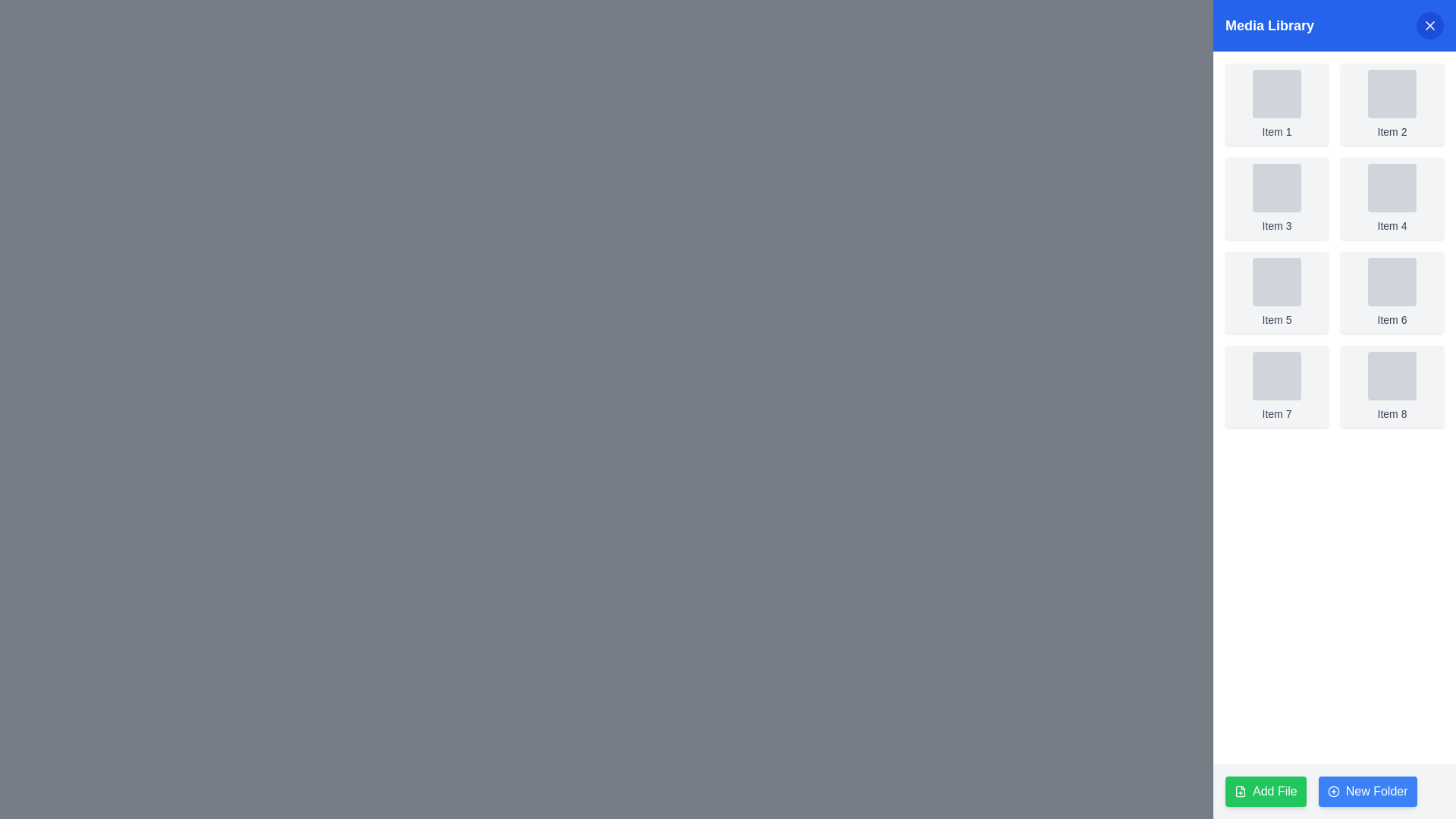 The image size is (1456, 819). I want to click on the leftmost icon representing folders or file directories located in the upper-right corner of the 'Media Library' header section, so click(1429, 18).